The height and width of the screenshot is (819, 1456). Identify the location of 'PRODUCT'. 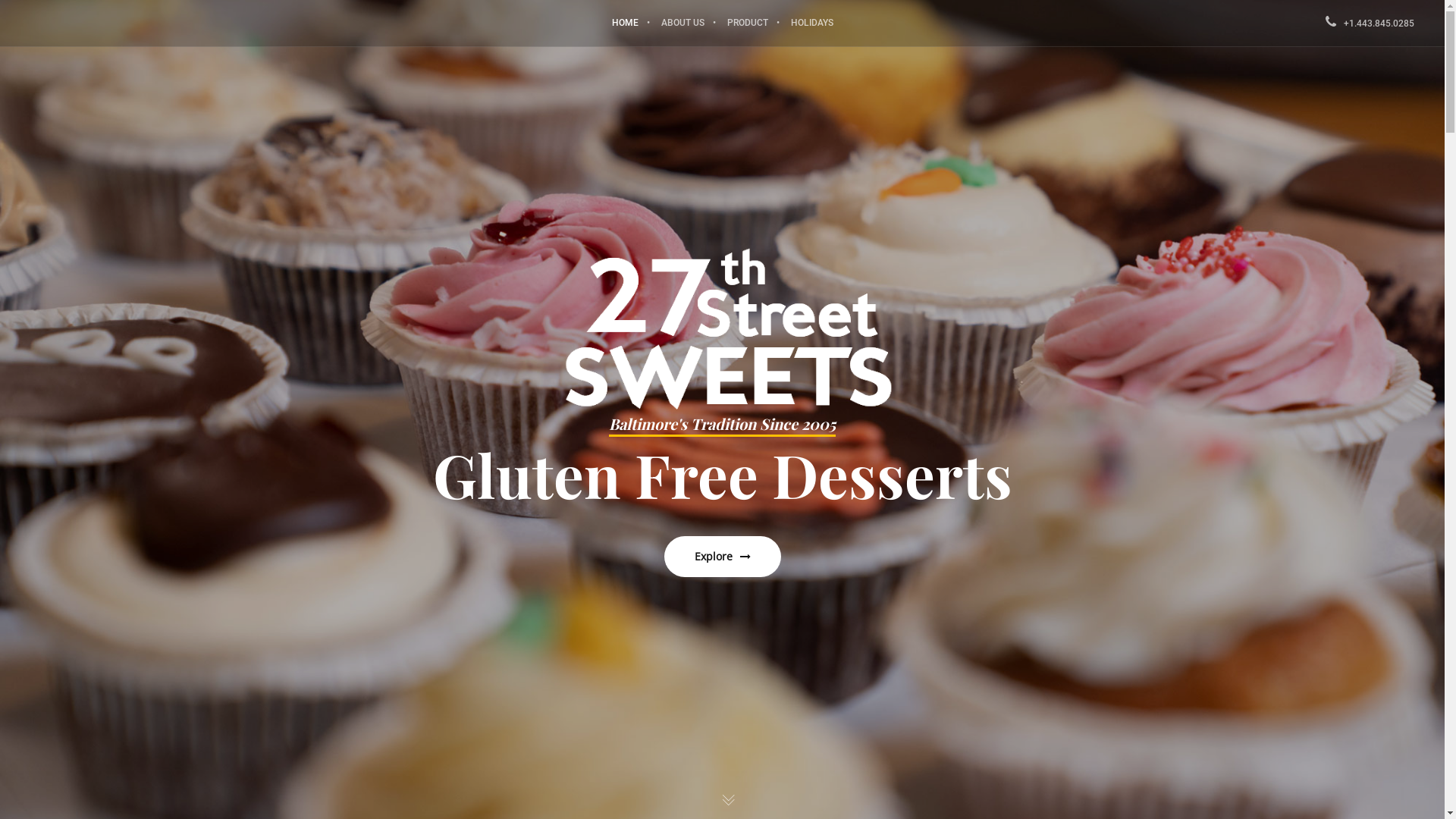
(715, 23).